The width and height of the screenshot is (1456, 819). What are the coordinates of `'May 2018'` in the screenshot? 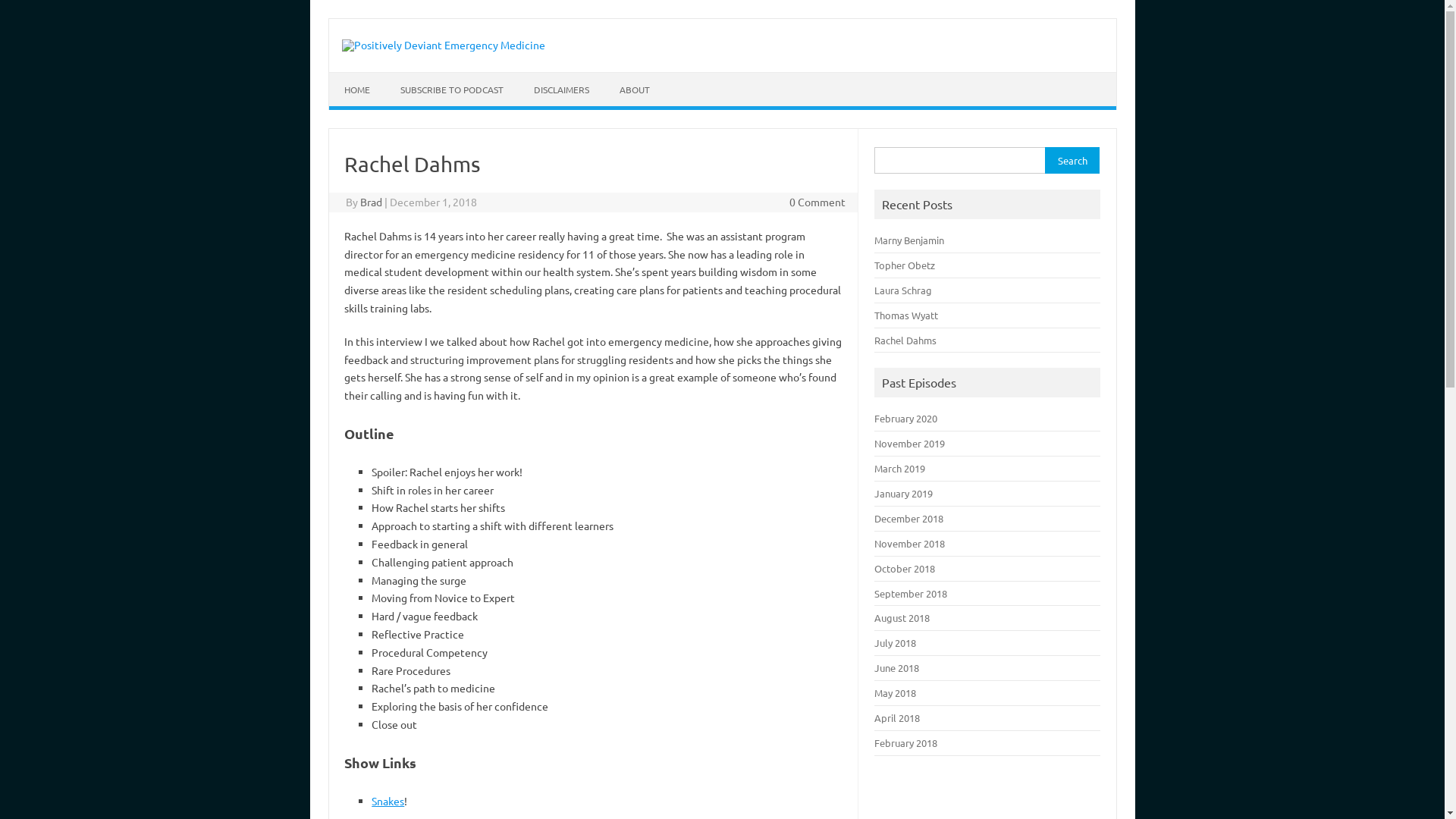 It's located at (895, 692).